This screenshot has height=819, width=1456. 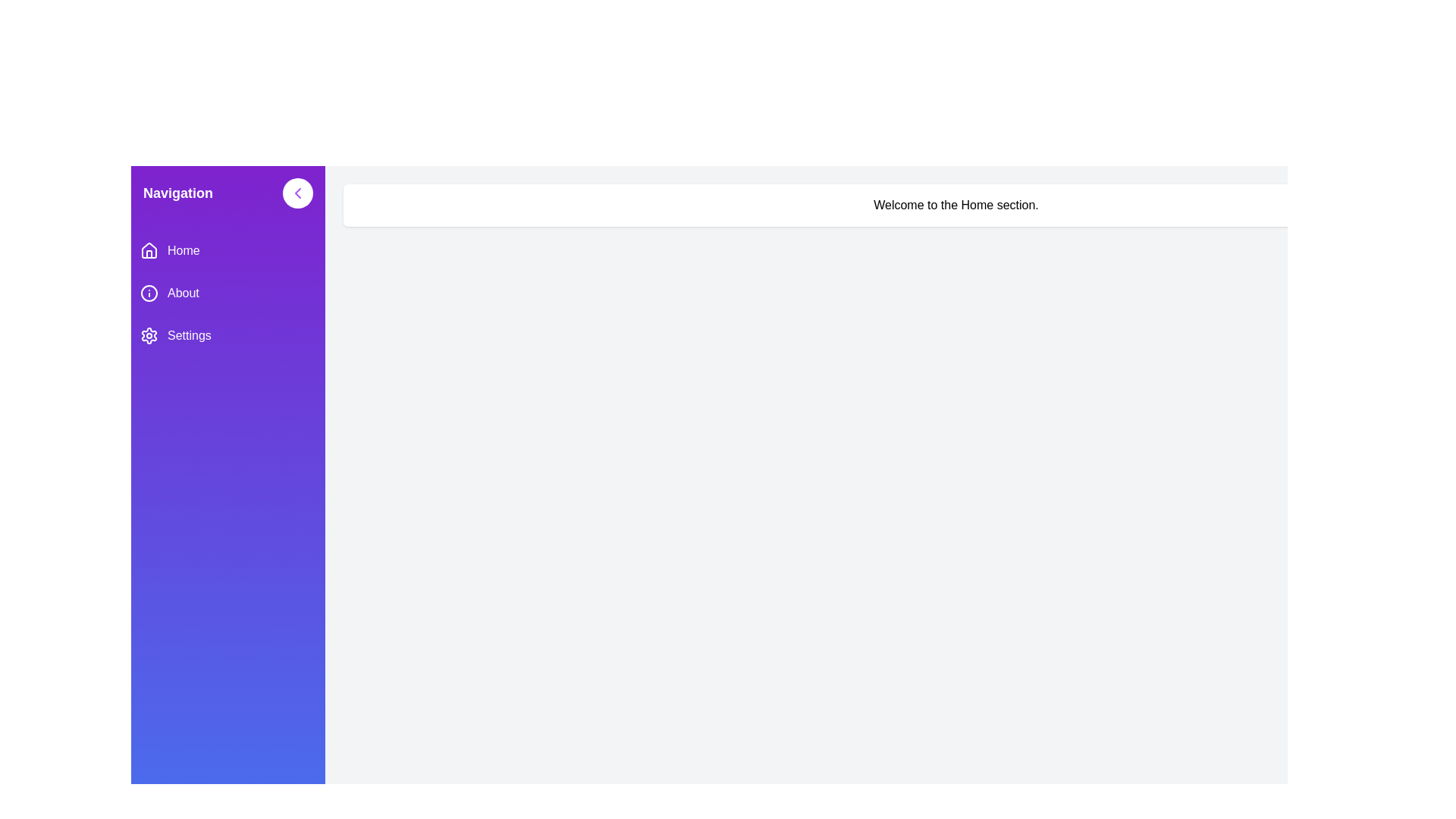 I want to click on the house icon located in the sidebar menu on the left, which is the first icon in a vertical arrangement of three icons (house, info, settings), so click(x=149, y=253).